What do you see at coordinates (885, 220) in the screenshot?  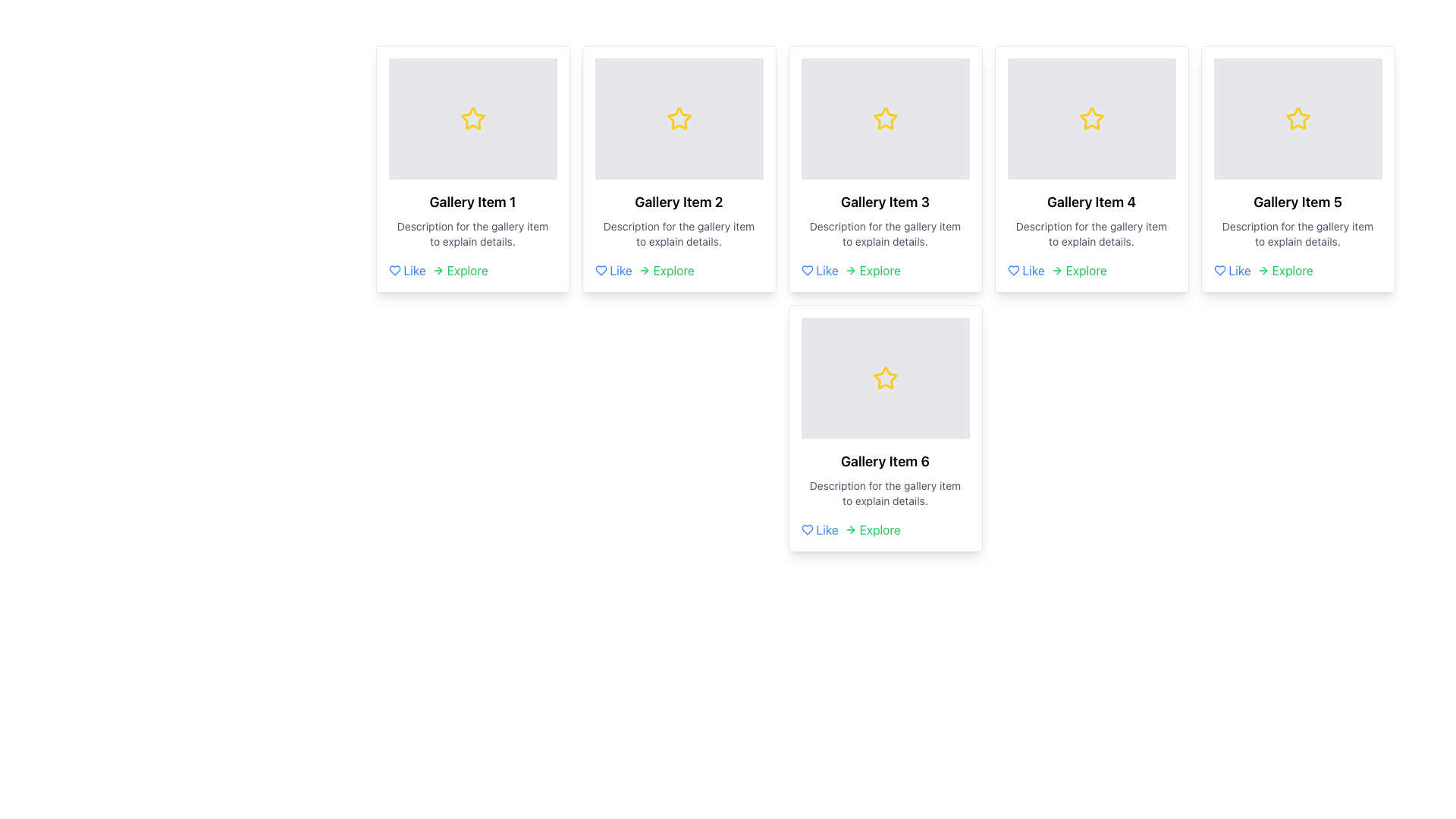 I see `the Text Block that provides a title and description for the gallery item located in the 'Gallery Item 3' card` at bounding box center [885, 220].